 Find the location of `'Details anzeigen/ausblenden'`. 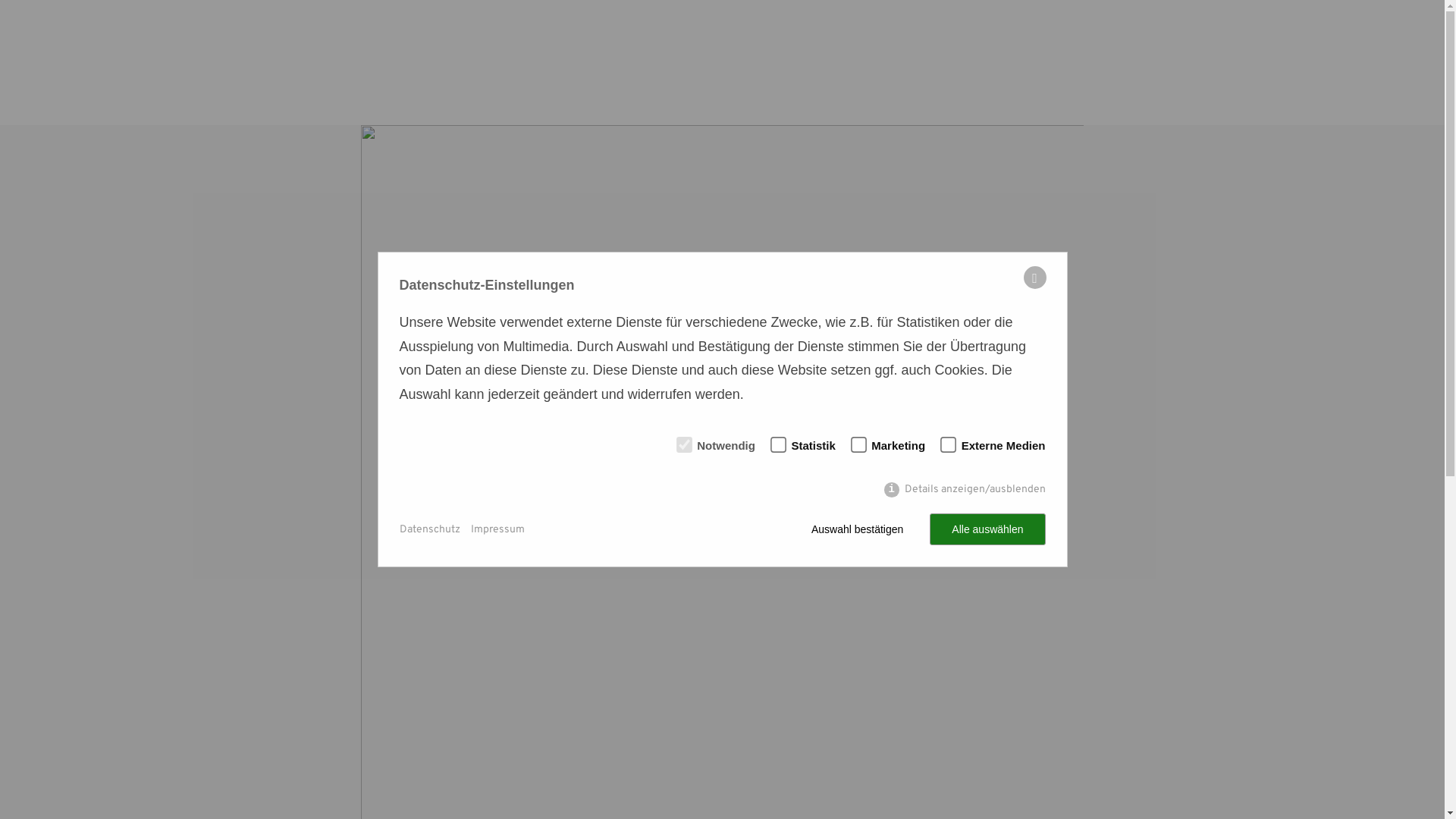

'Details anzeigen/ausblenden' is located at coordinates (964, 489).